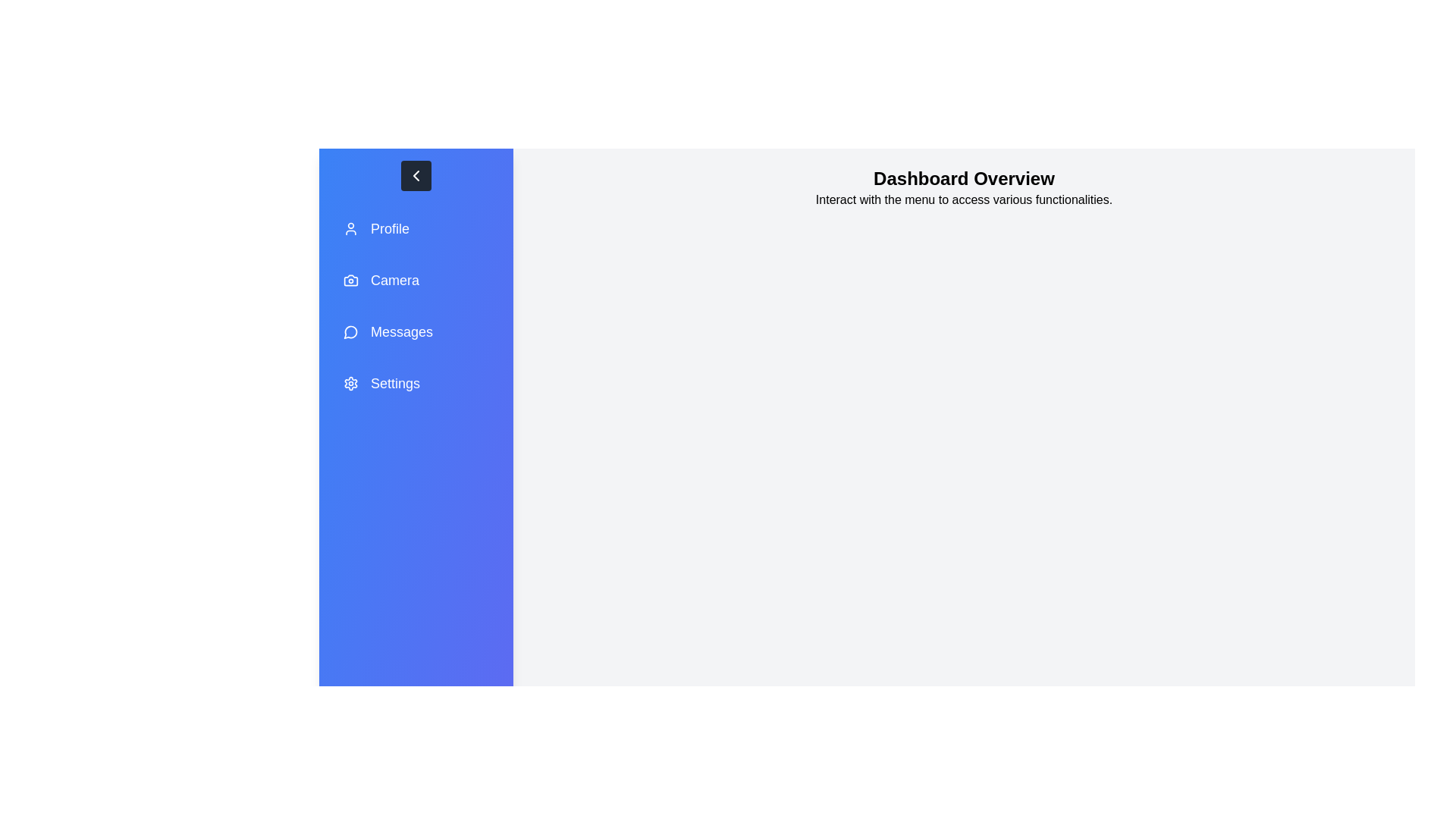  I want to click on the menu item labeled Camera to navigate to the respective section, so click(416, 281).